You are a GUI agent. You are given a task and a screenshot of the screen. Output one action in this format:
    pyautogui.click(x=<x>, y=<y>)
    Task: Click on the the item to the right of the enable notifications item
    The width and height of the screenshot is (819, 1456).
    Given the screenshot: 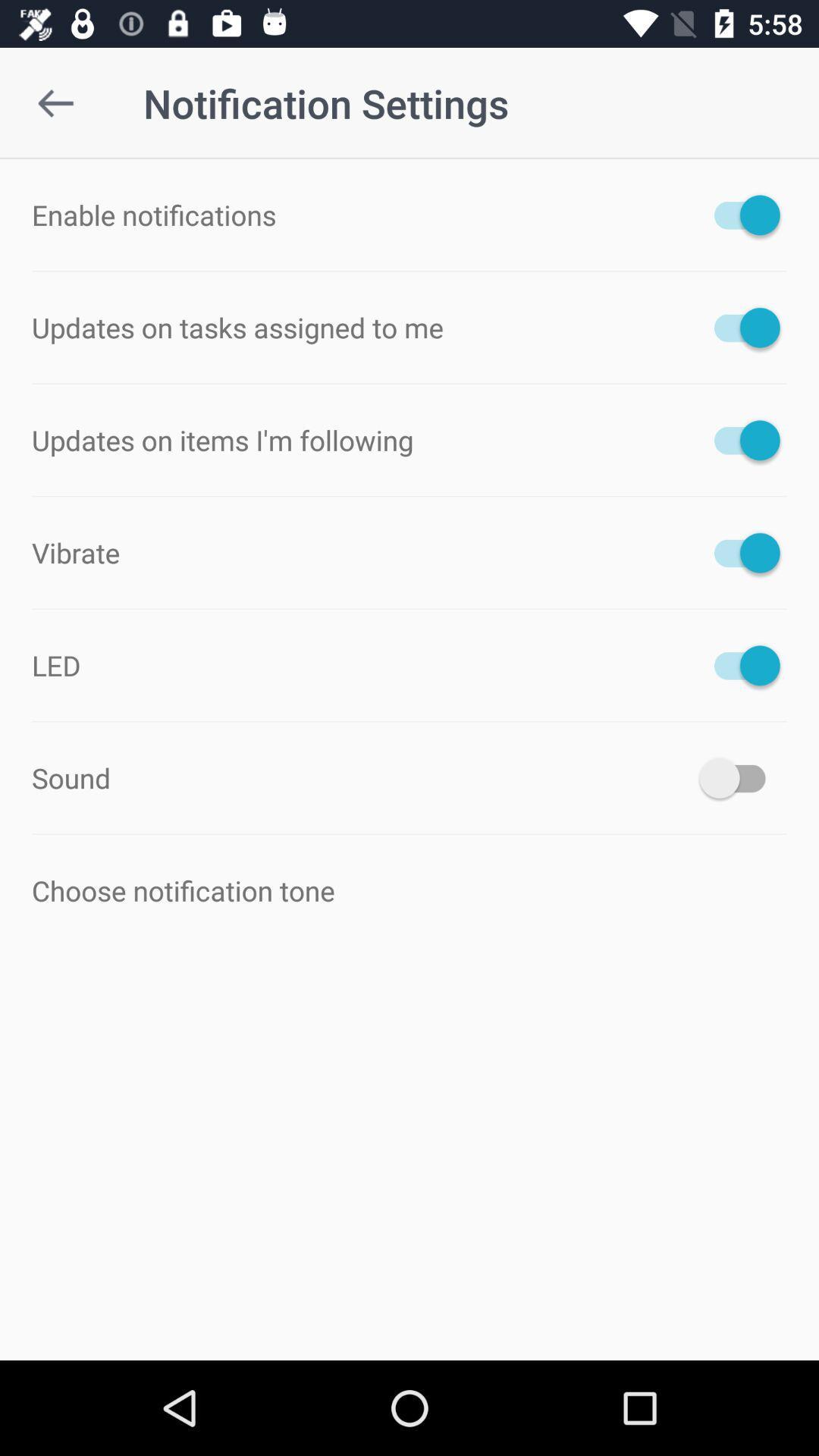 What is the action you would take?
    pyautogui.click(x=739, y=214)
    